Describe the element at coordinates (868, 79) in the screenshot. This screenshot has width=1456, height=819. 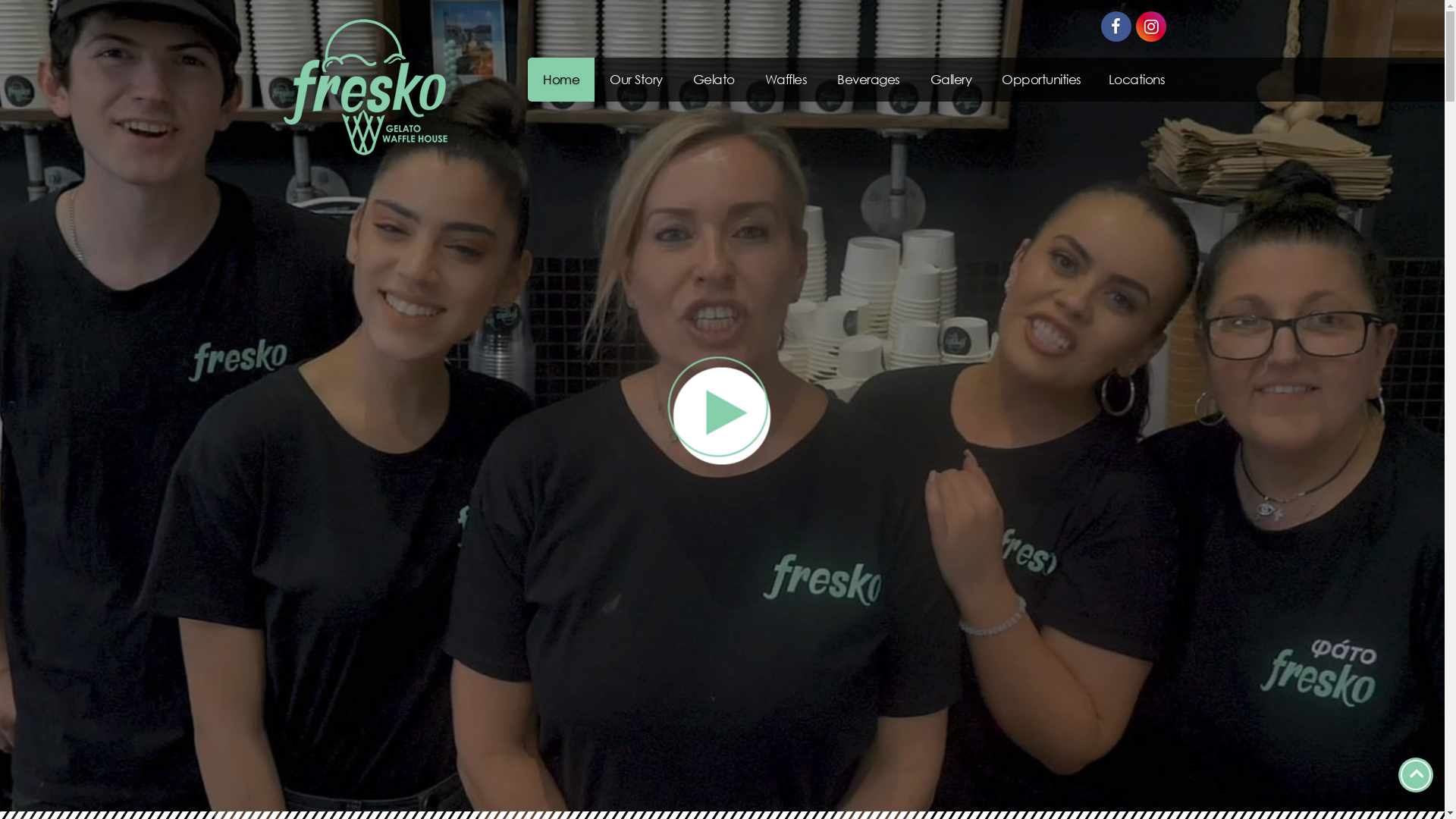
I see `'Beverages'` at that location.